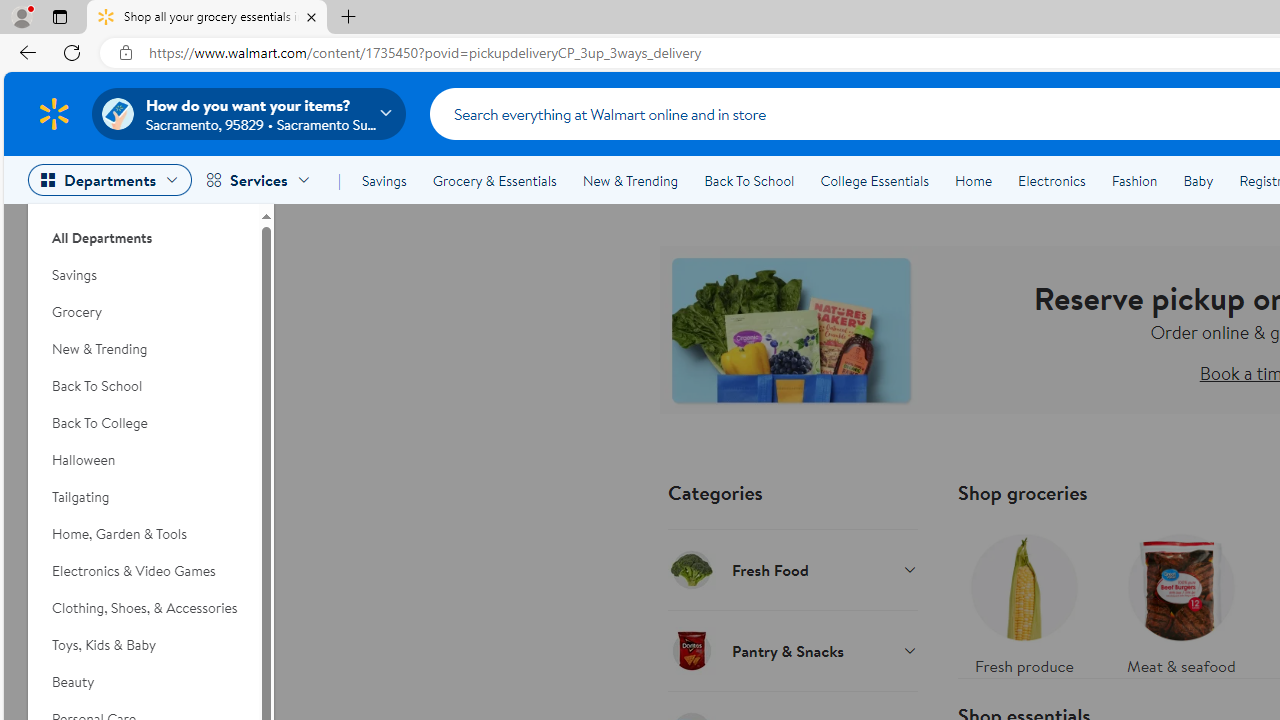  I want to click on 'Home, Garden & Tools', so click(142, 533).